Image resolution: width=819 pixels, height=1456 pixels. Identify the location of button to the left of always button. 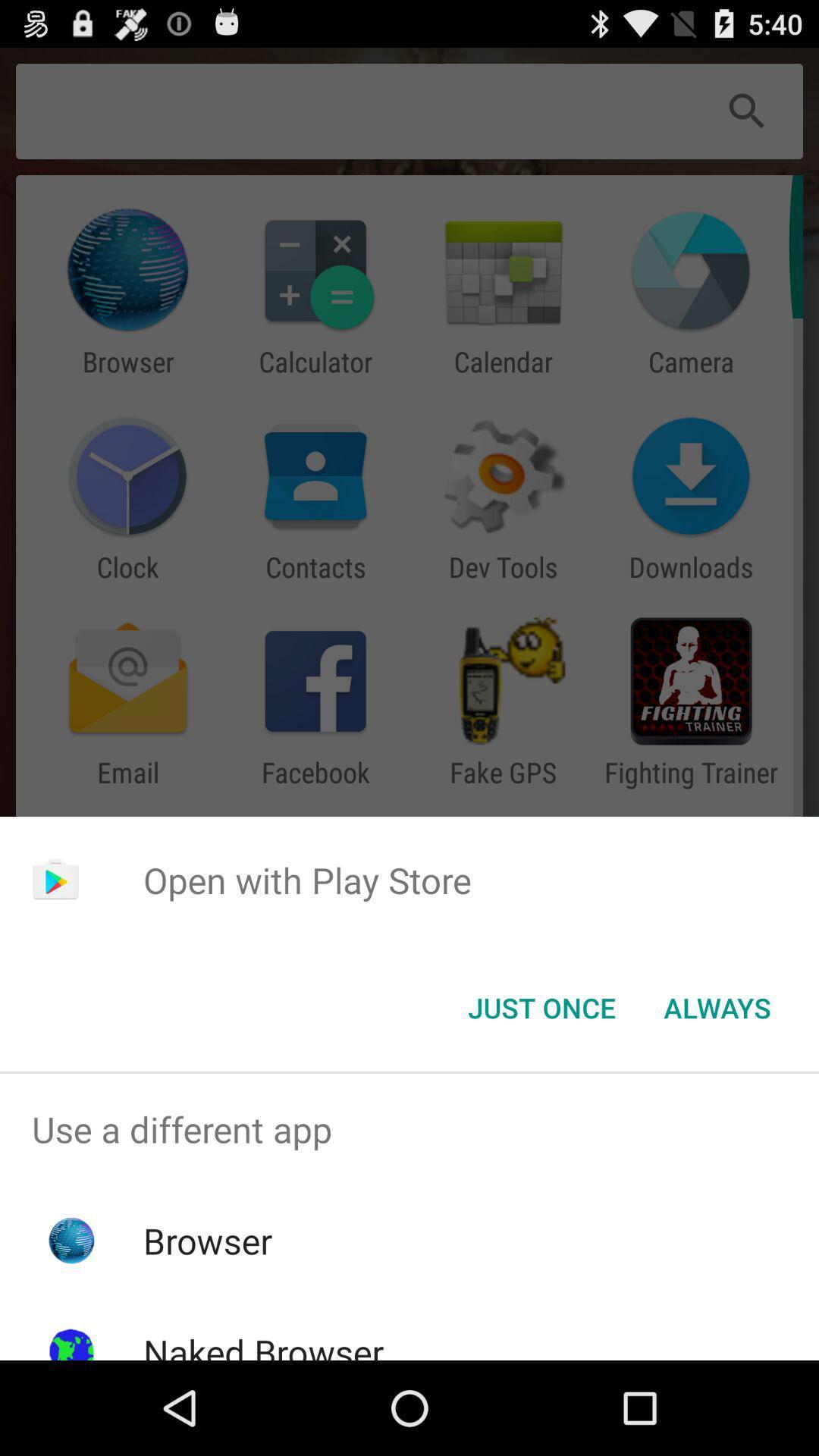
(541, 1008).